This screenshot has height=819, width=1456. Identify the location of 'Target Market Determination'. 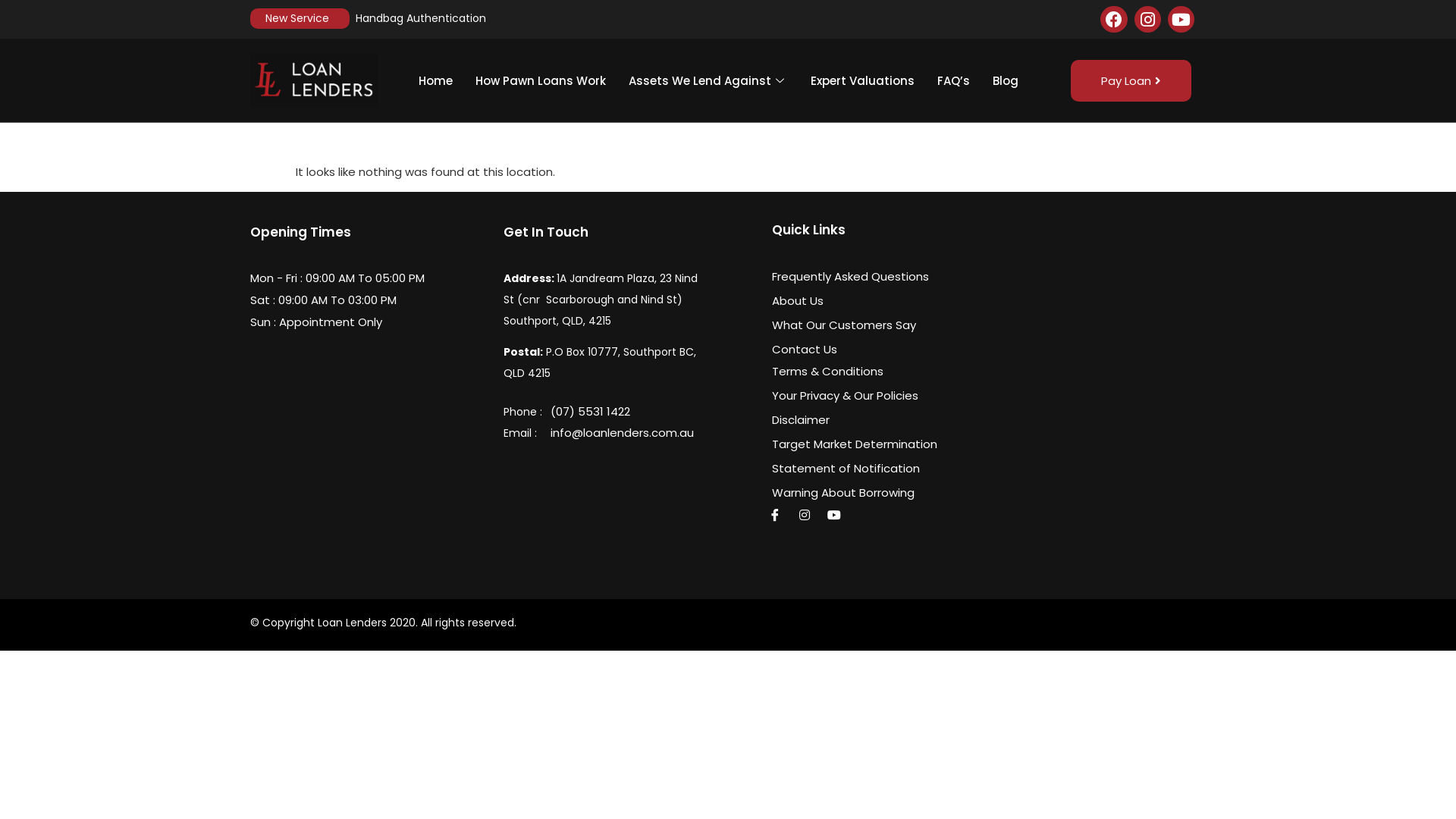
(771, 444).